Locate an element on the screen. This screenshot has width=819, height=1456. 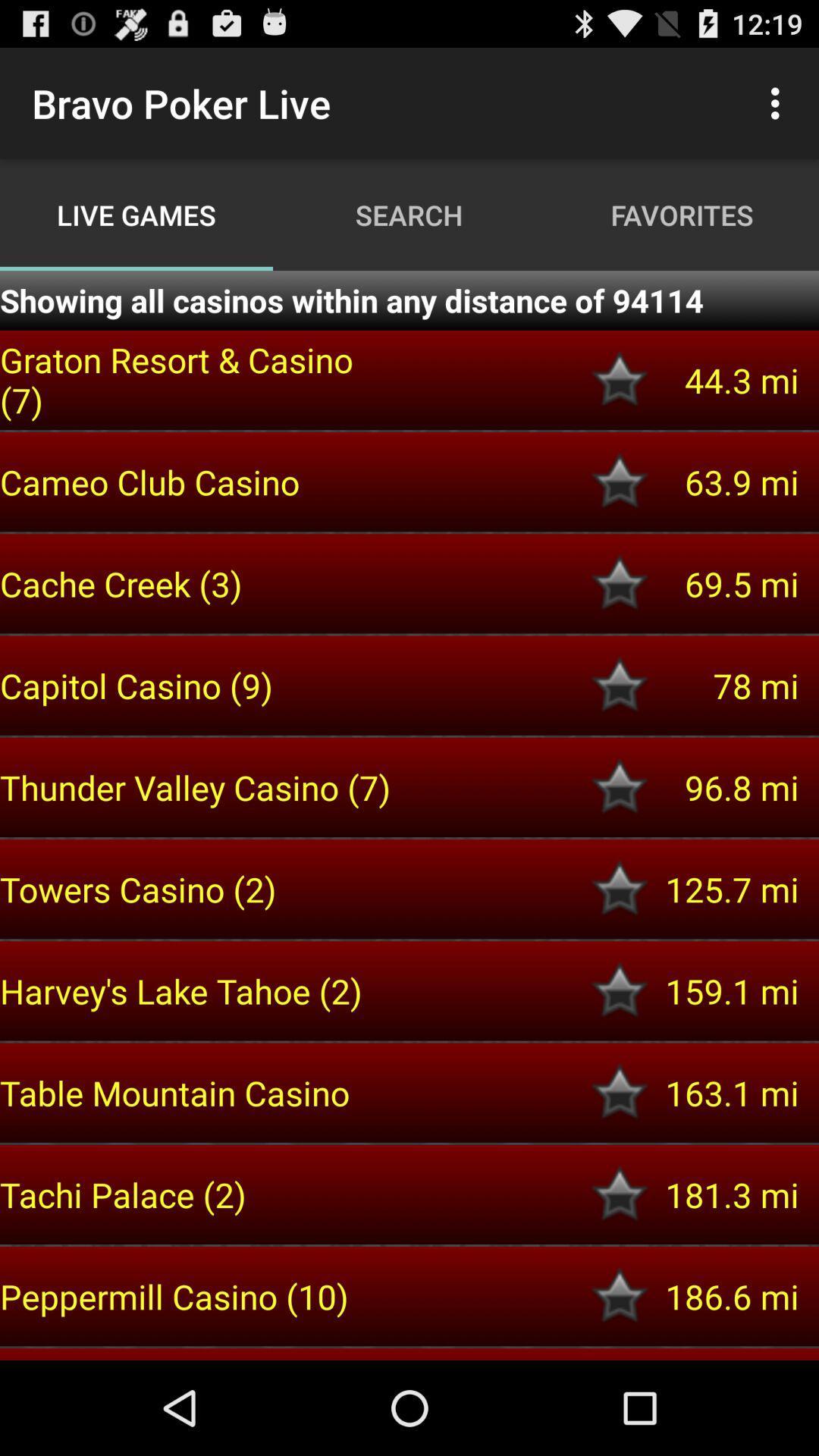
the peppermill casino (10) is located at coordinates (198, 1295).